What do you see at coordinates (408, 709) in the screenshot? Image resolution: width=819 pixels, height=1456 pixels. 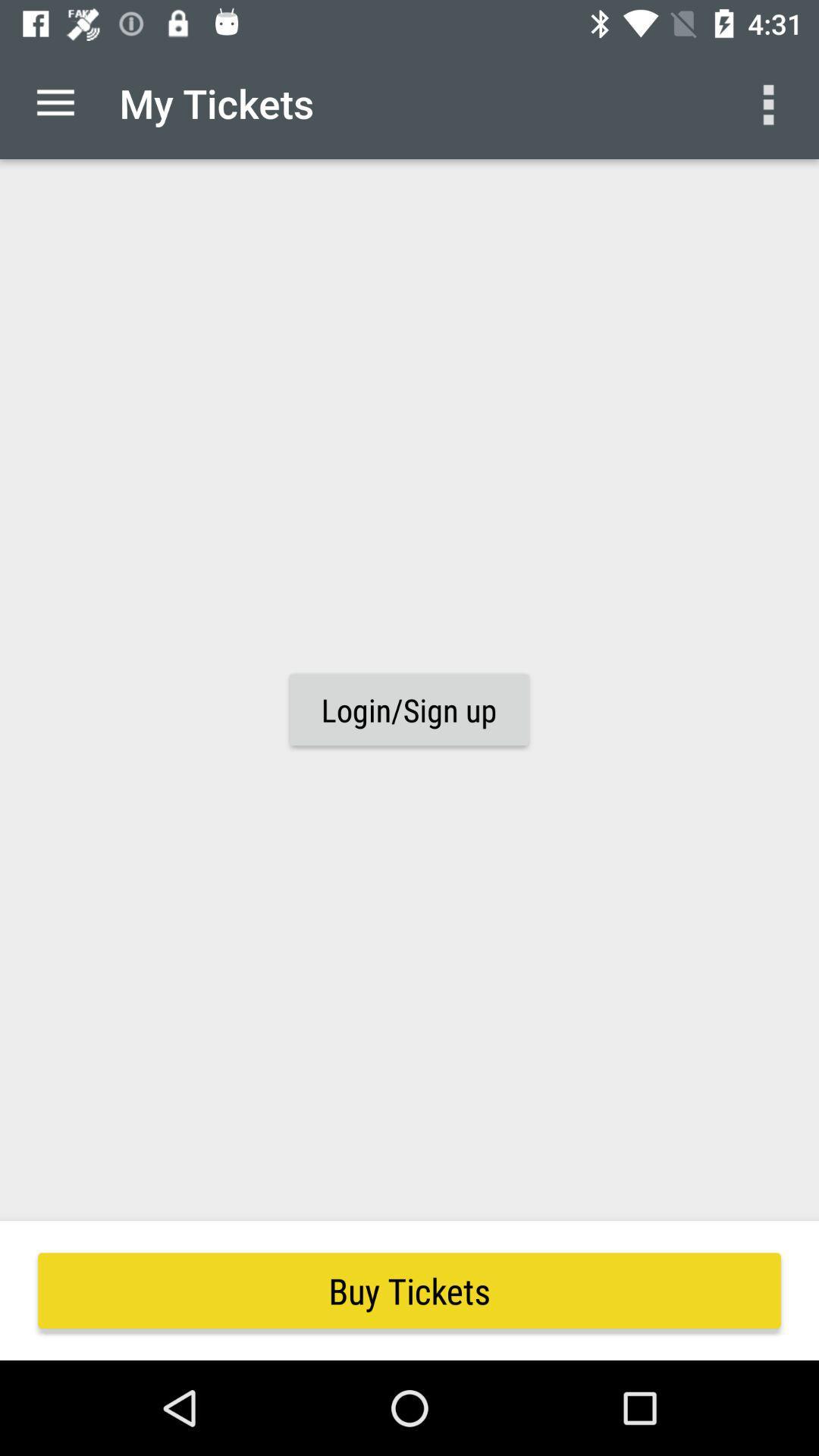 I see `login/sign up item` at bounding box center [408, 709].